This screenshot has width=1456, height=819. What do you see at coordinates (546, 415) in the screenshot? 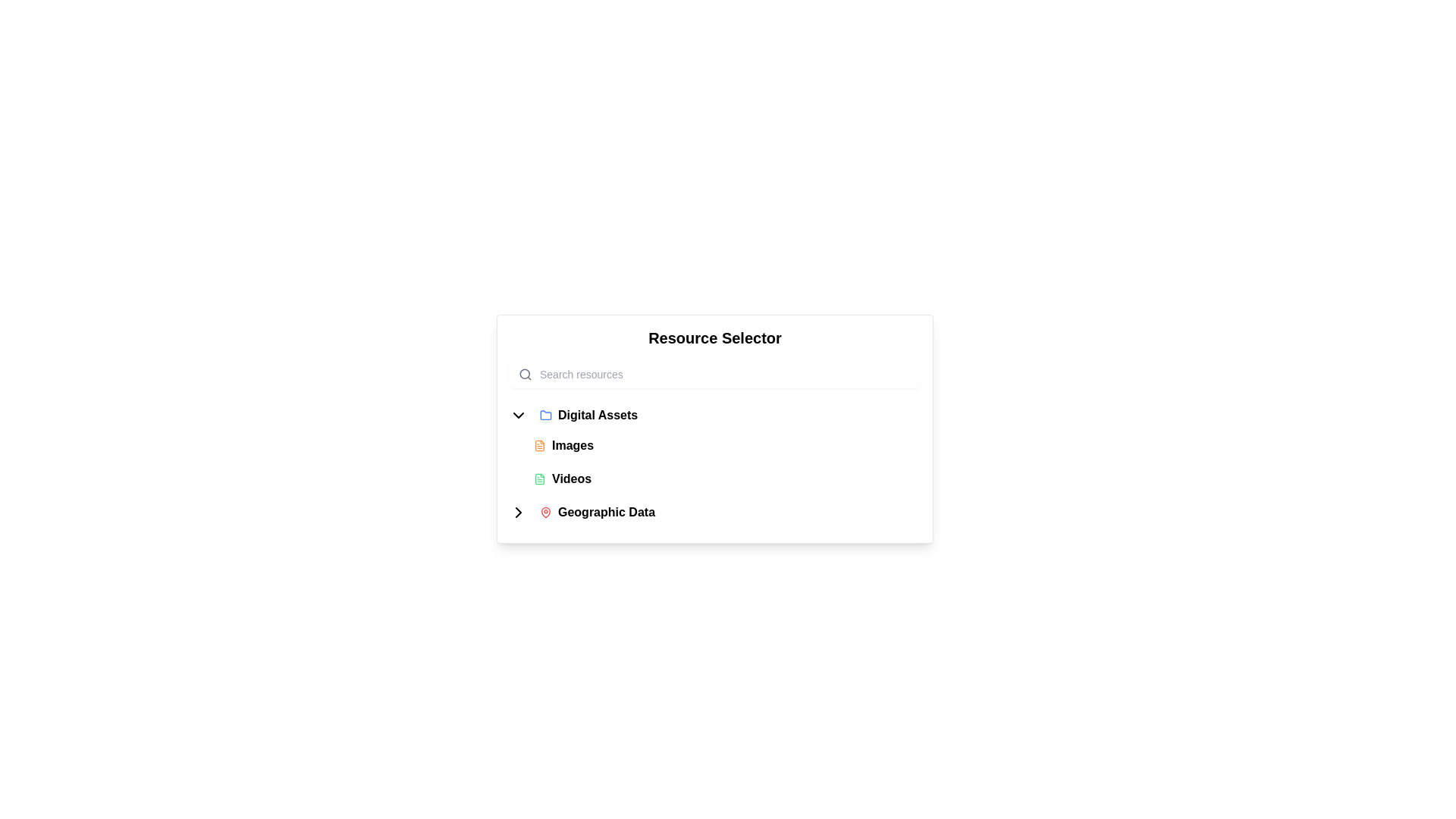
I see `the blue folder icon in the 'Resource Selector' menu` at bounding box center [546, 415].